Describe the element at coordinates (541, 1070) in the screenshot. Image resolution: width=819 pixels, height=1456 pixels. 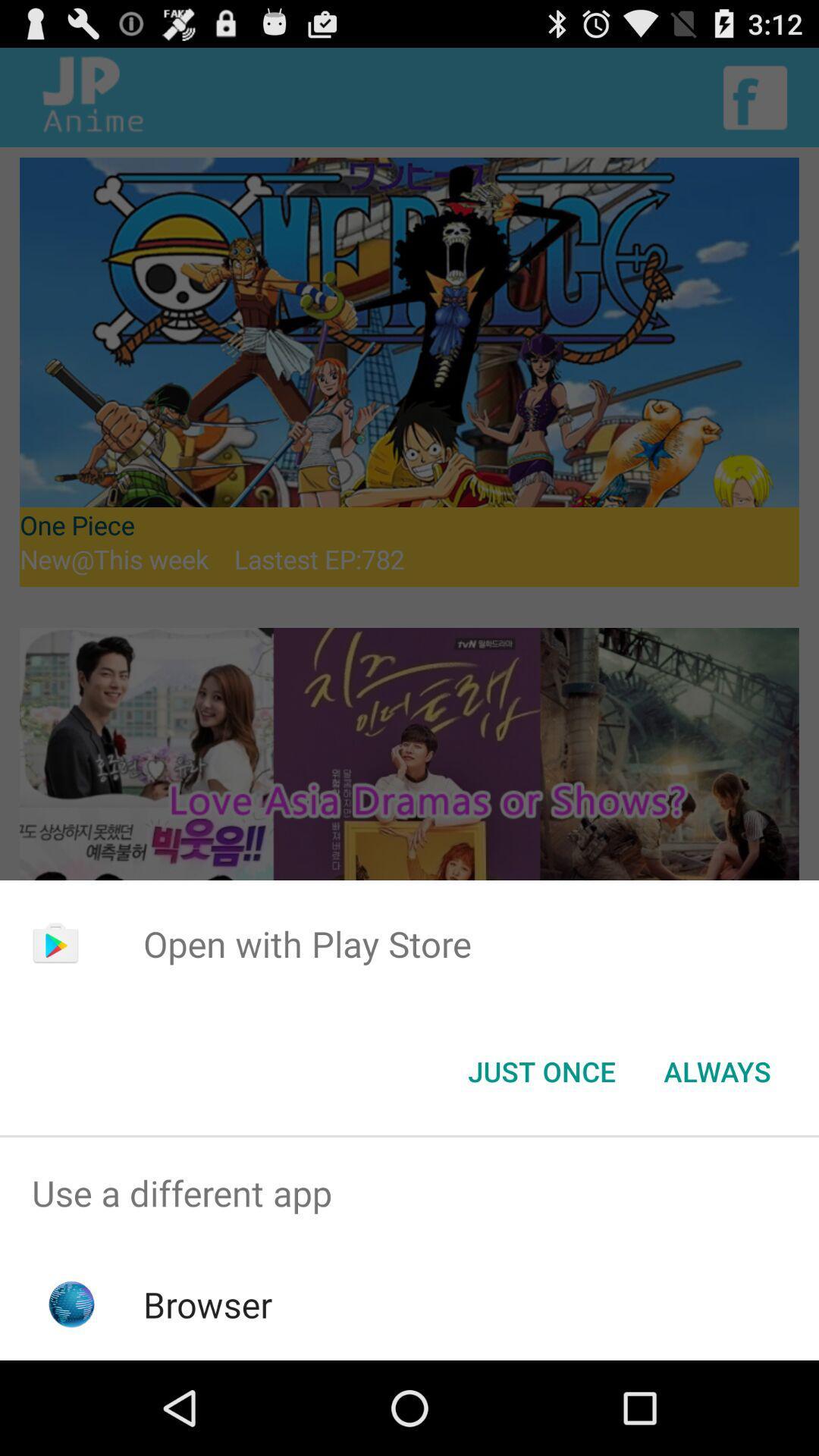
I see `button to the left of the always` at that location.